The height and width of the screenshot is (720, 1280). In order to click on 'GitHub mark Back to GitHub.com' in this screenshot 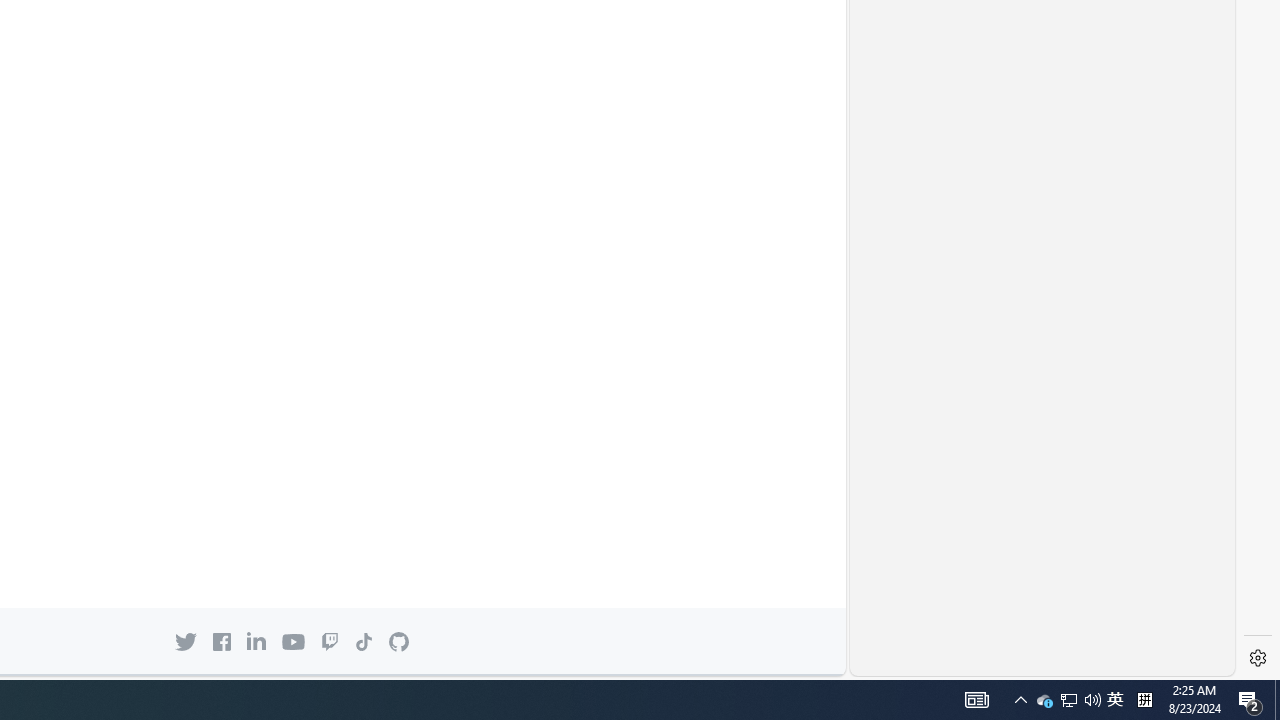, I will do `click(399, 642)`.